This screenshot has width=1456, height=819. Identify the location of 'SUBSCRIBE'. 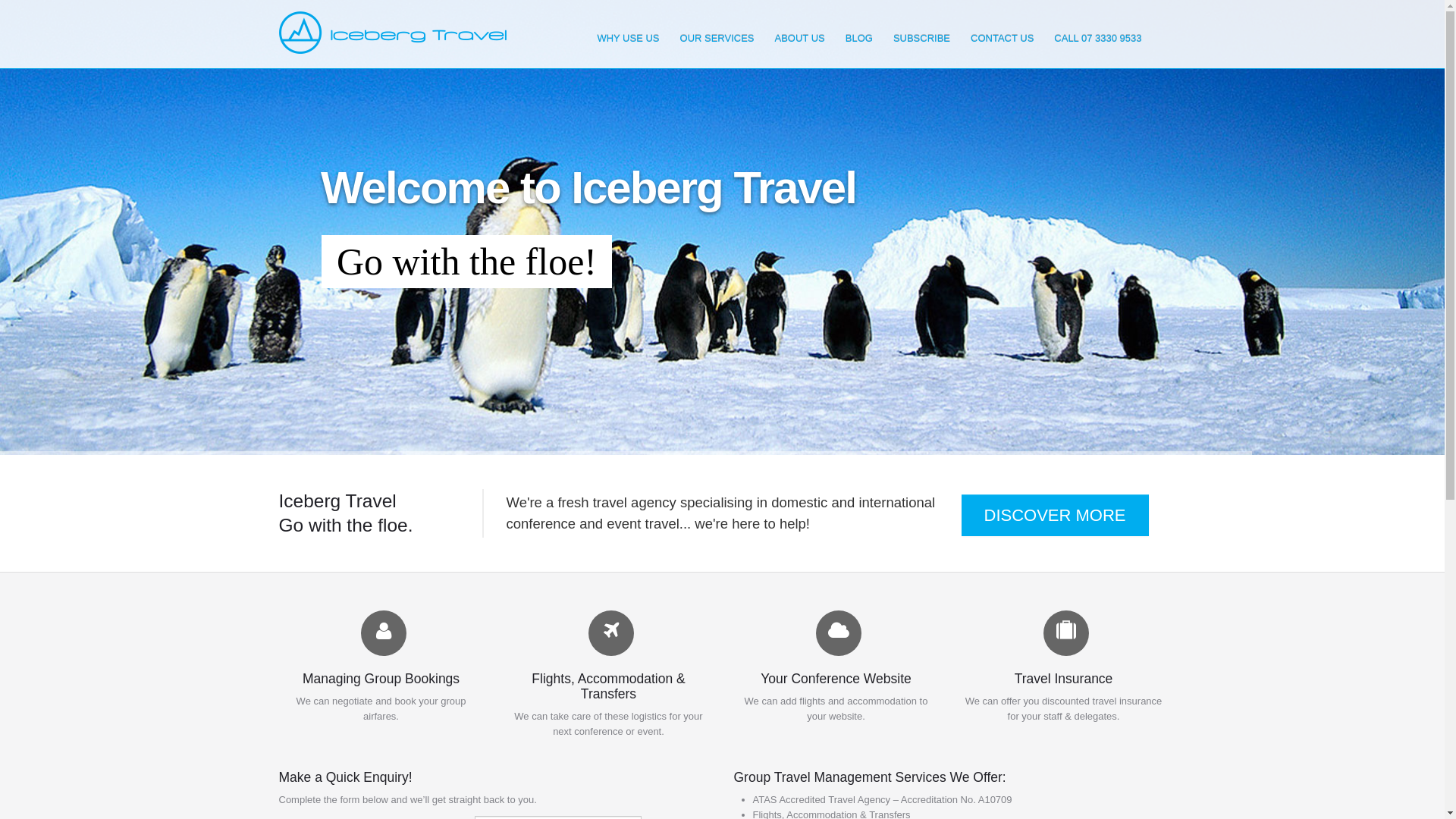
(921, 37).